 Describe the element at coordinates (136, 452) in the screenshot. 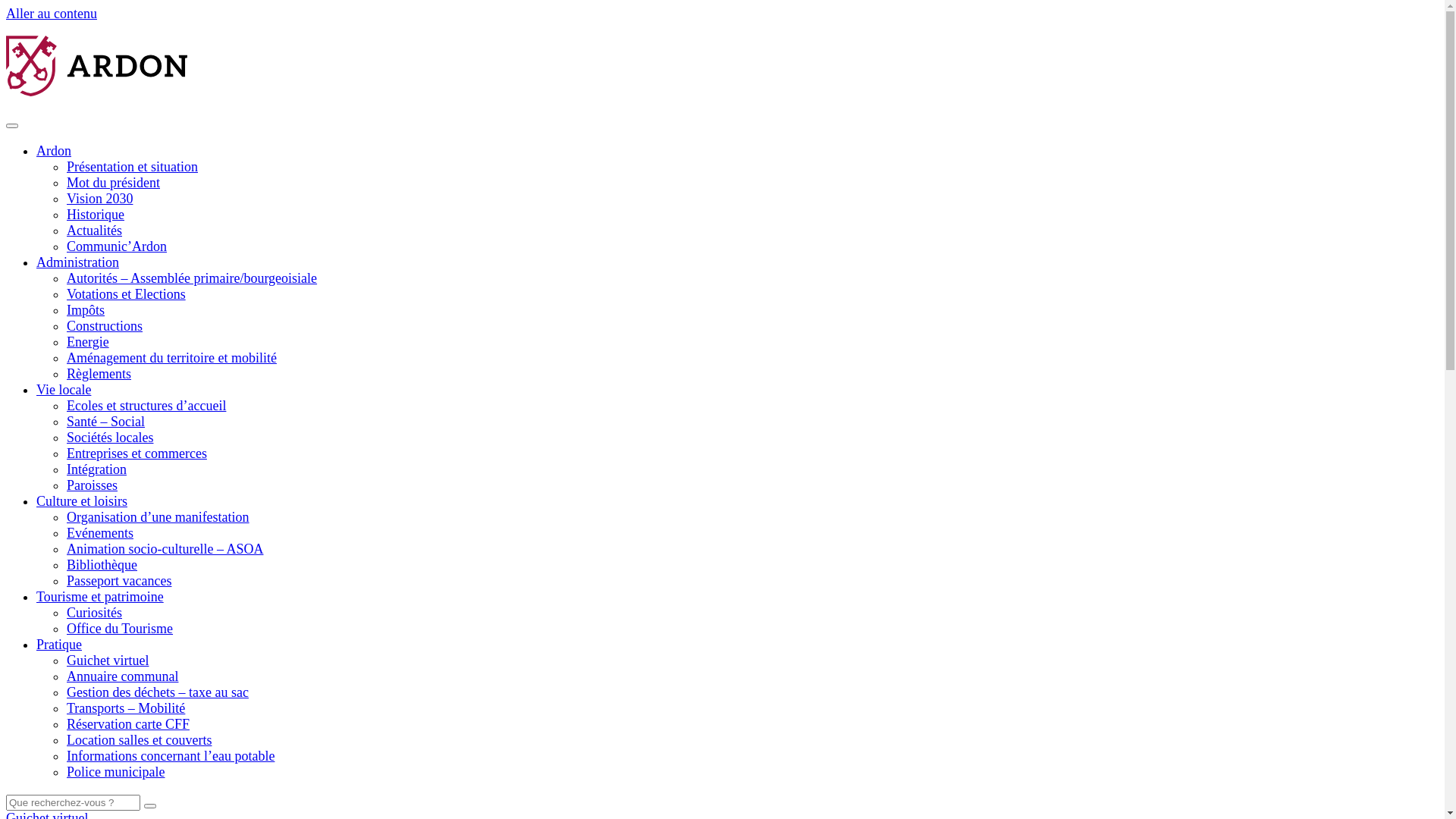

I see `'Entreprises et commerces'` at that location.